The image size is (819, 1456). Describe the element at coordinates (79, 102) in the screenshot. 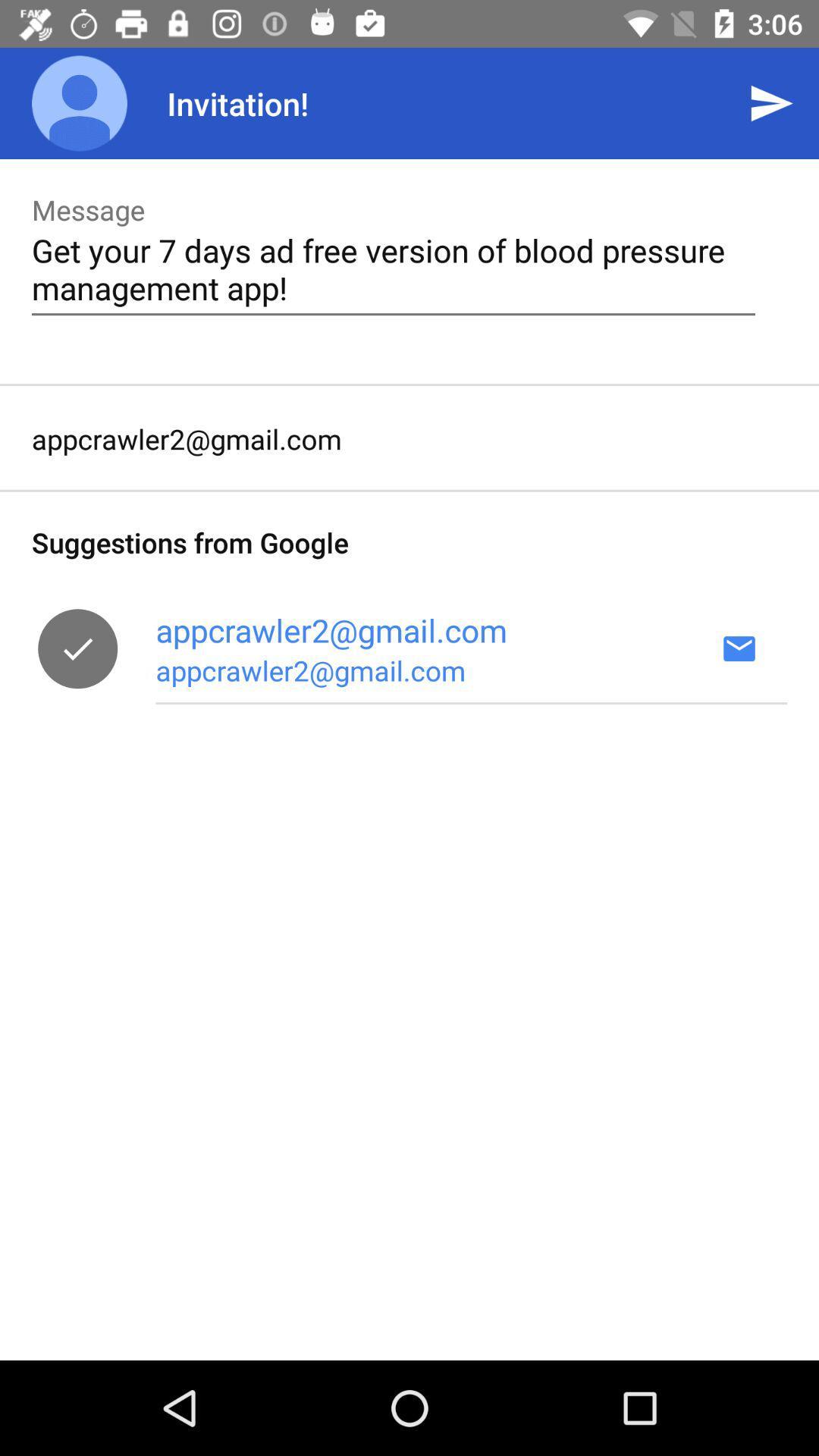

I see `item next to invitation!` at that location.